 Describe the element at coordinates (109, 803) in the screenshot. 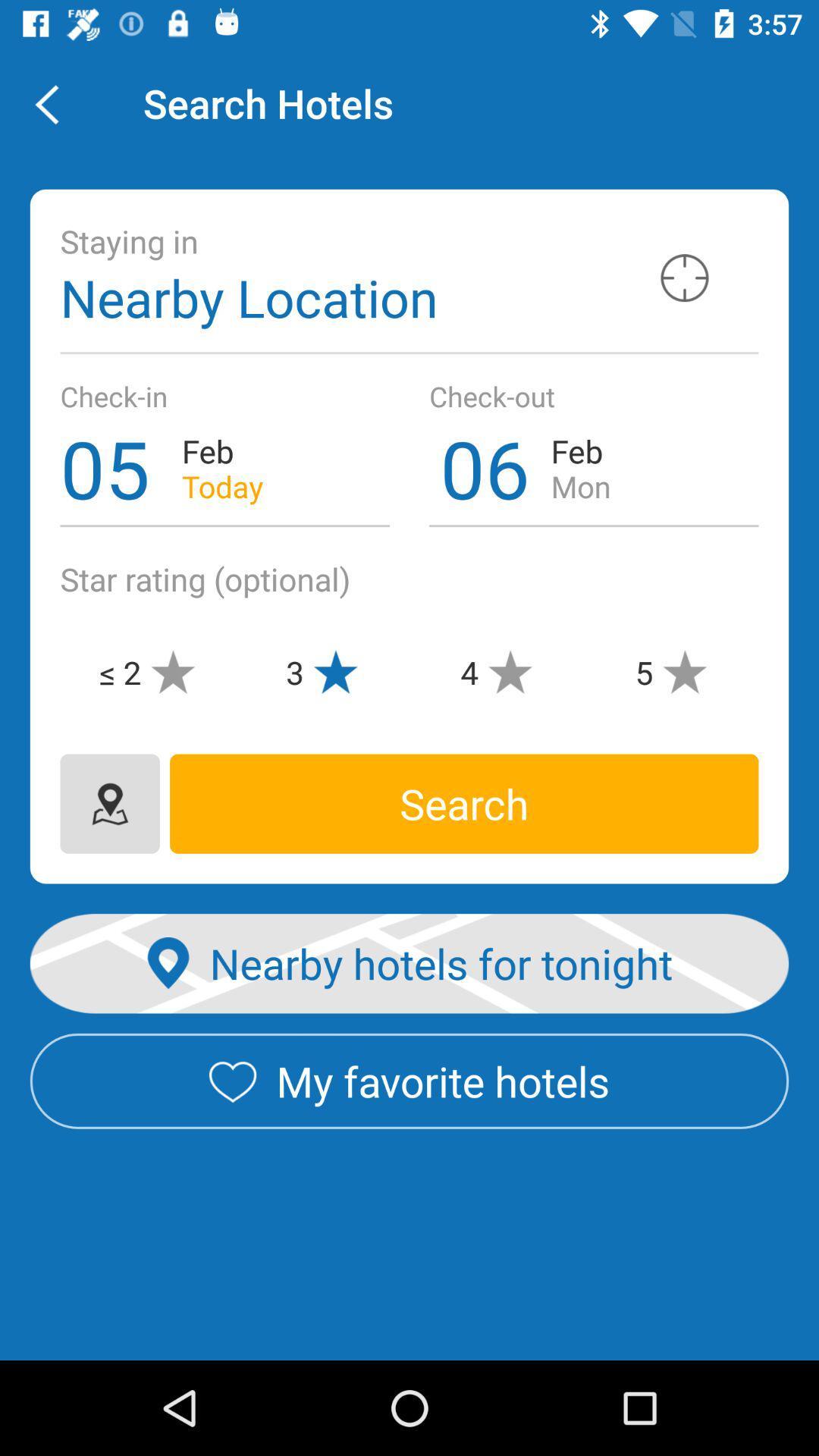

I see `the location icon` at that location.